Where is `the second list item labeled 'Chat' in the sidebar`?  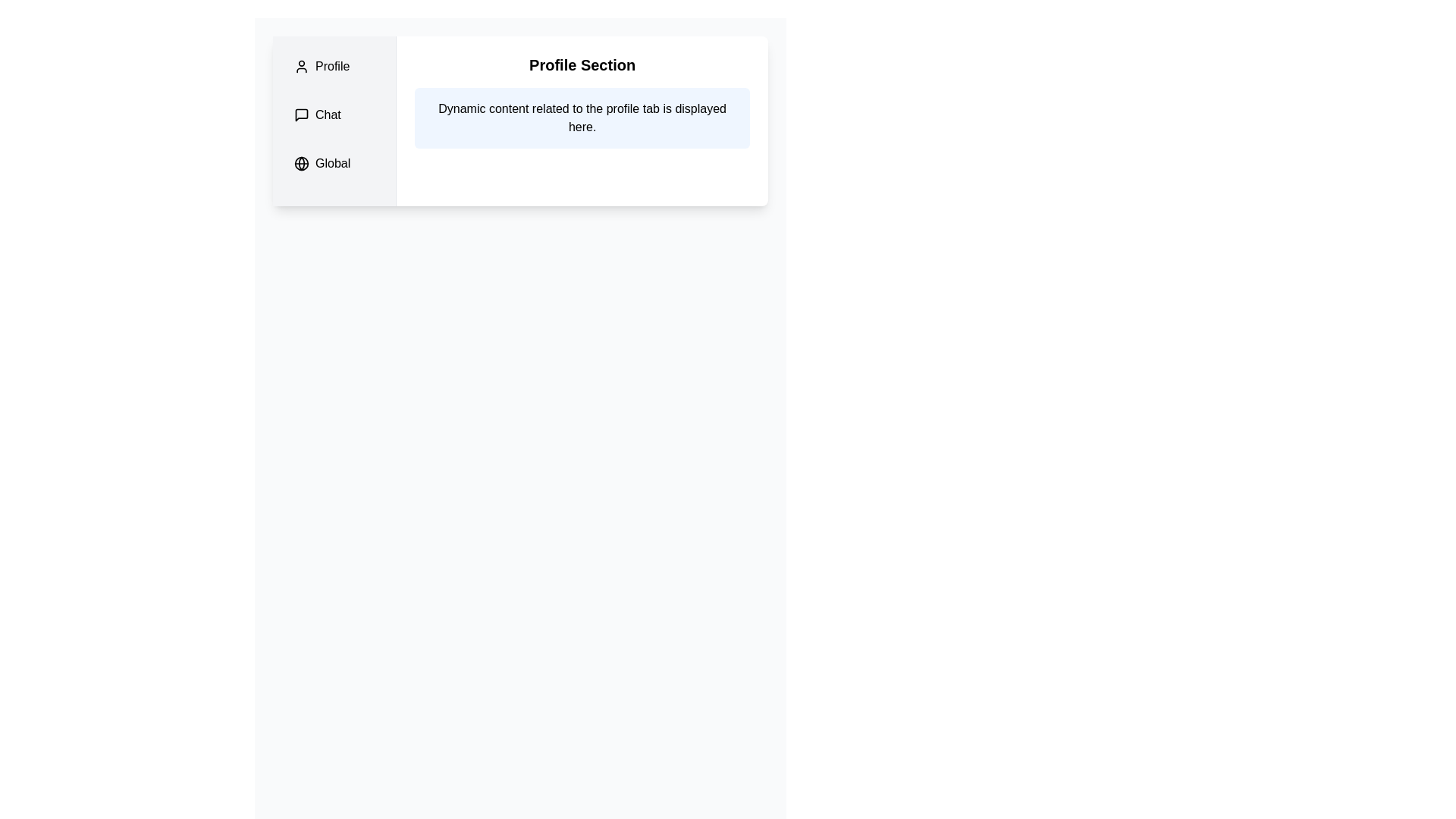
the second list item labeled 'Chat' in the sidebar is located at coordinates (334, 120).